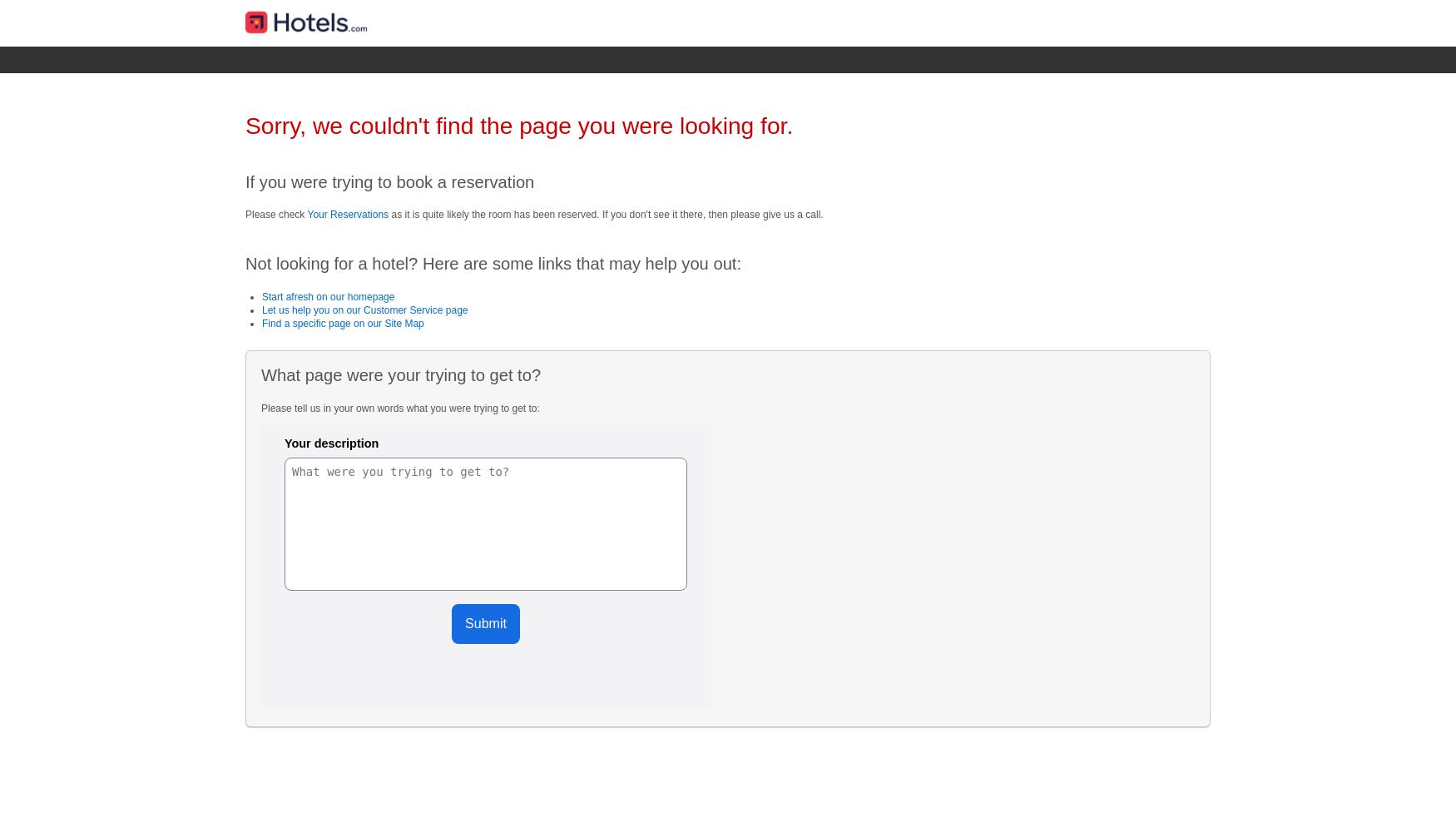 This screenshot has width=1456, height=832. What do you see at coordinates (260, 407) in the screenshot?
I see `'Please tell us in your own words what you were trying to get to:'` at bounding box center [260, 407].